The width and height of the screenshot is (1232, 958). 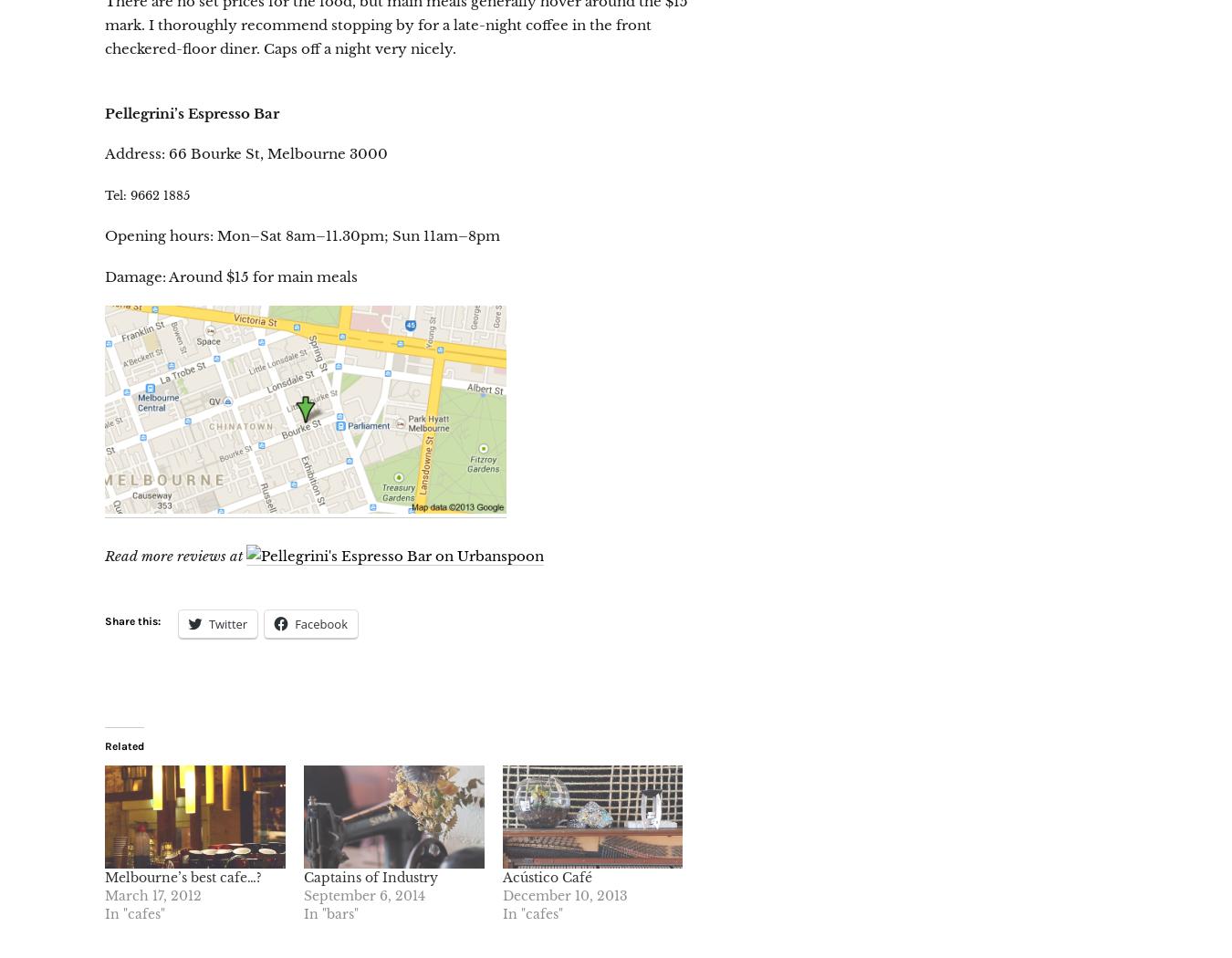 What do you see at coordinates (320, 623) in the screenshot?
I see `'Facebook'` at bounding box center [320, 623].